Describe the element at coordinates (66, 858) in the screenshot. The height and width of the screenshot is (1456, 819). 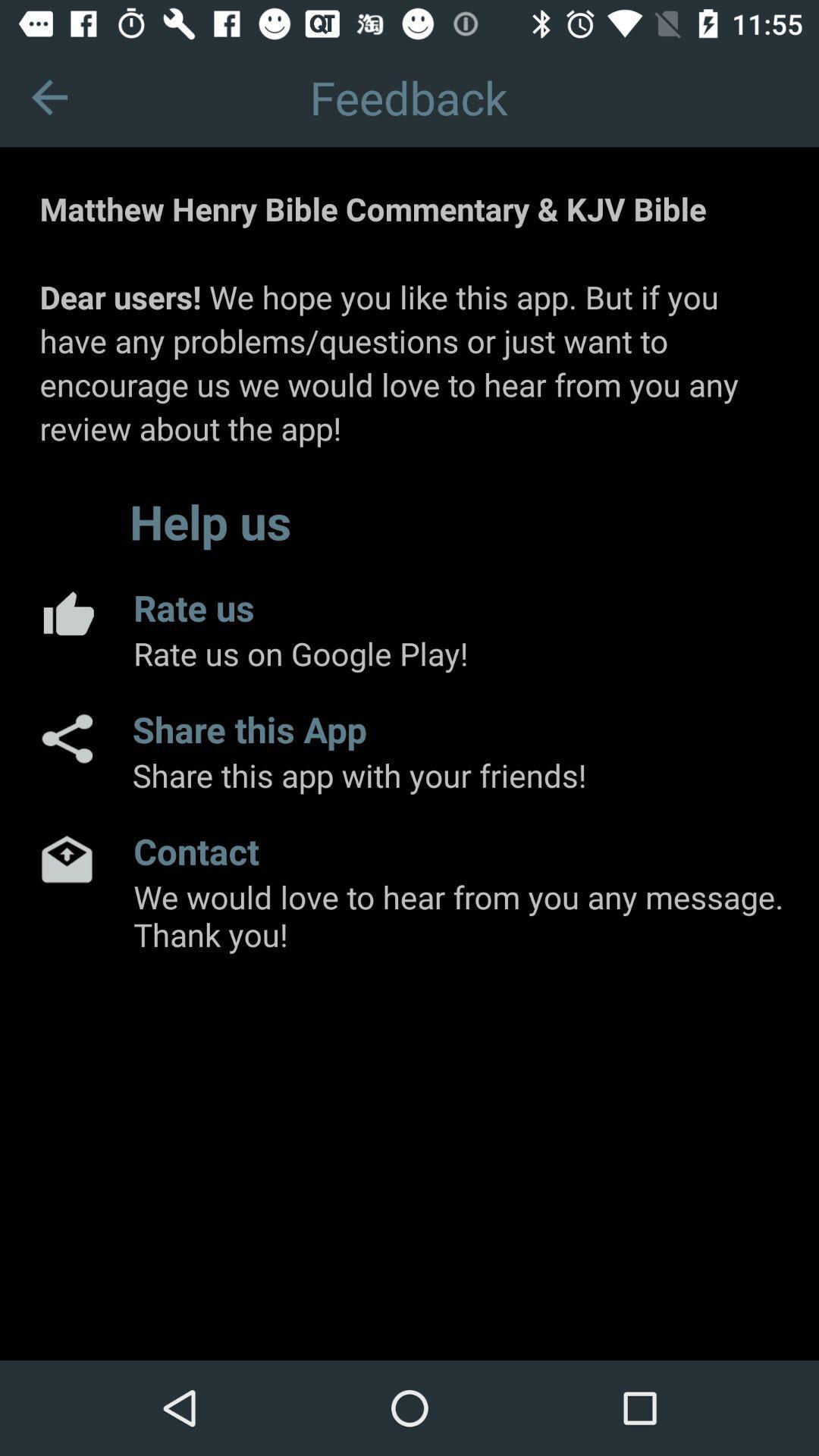
I see `contact us` at that location.